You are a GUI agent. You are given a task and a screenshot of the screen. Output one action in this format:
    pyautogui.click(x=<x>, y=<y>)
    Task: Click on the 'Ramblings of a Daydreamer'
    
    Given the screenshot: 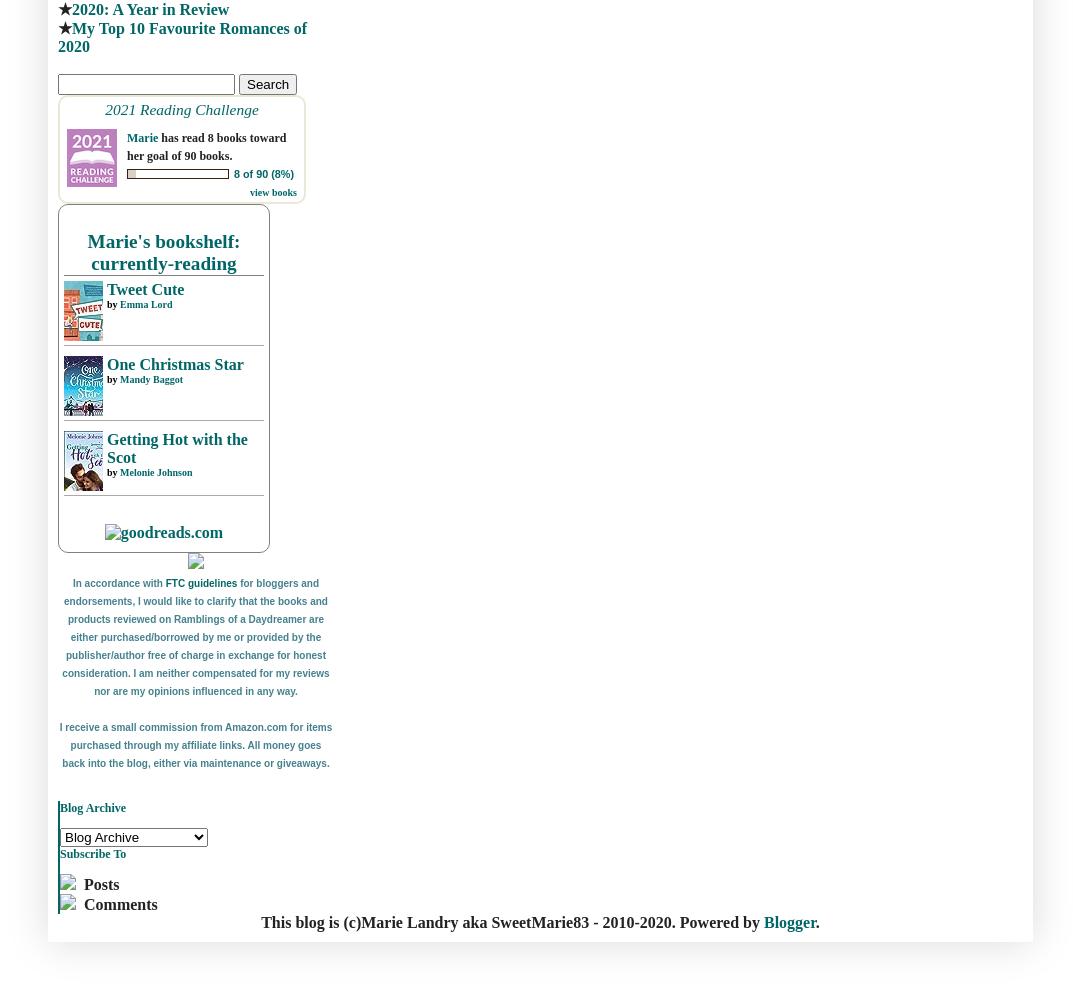 What is the action you would take?
    pyautogui.click(x=173, y=619)
    